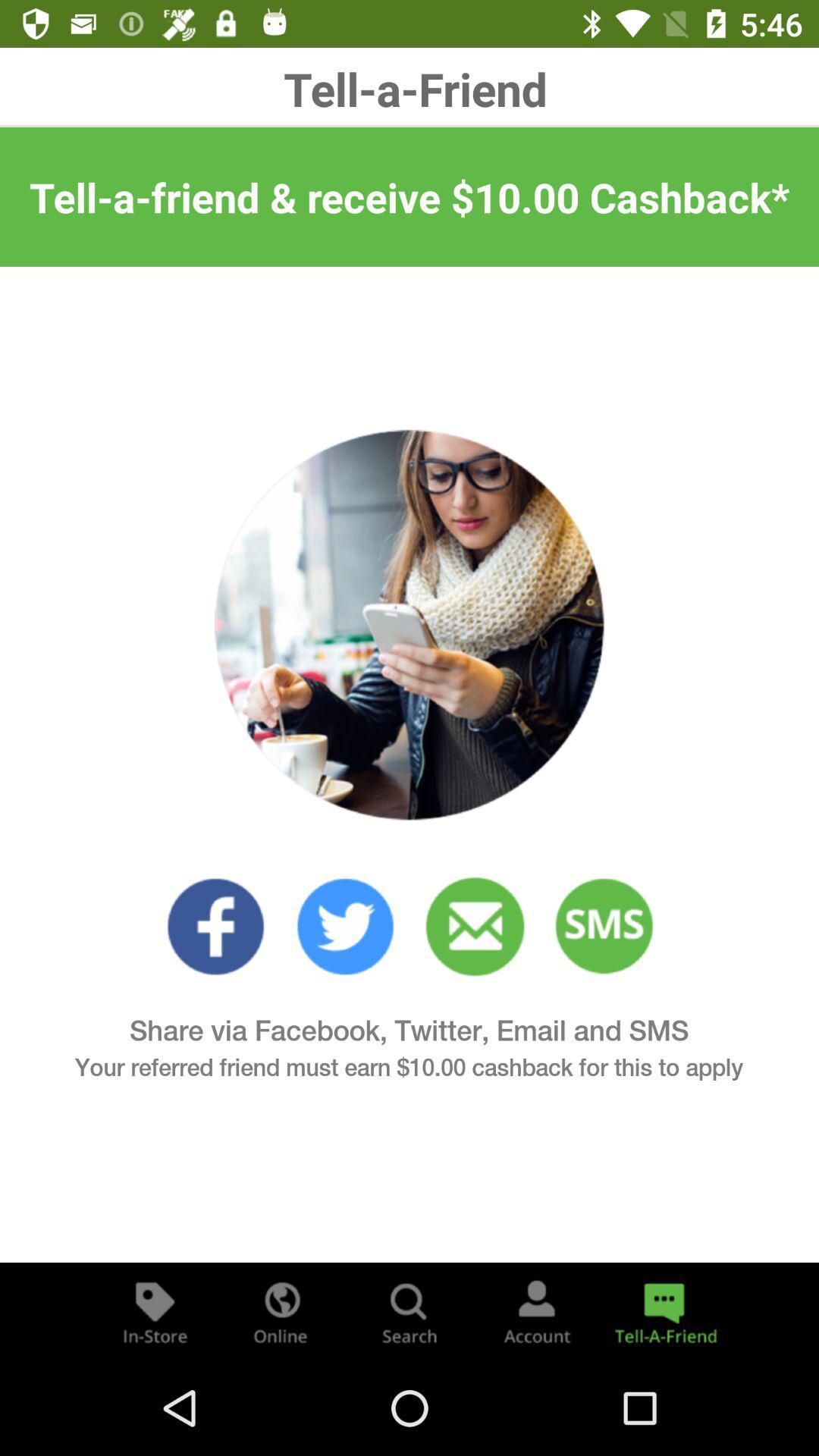  What do you see at coordinates (215, 926) in the screenshot?
I see `share in facebook` at bounding box center [215, 926].